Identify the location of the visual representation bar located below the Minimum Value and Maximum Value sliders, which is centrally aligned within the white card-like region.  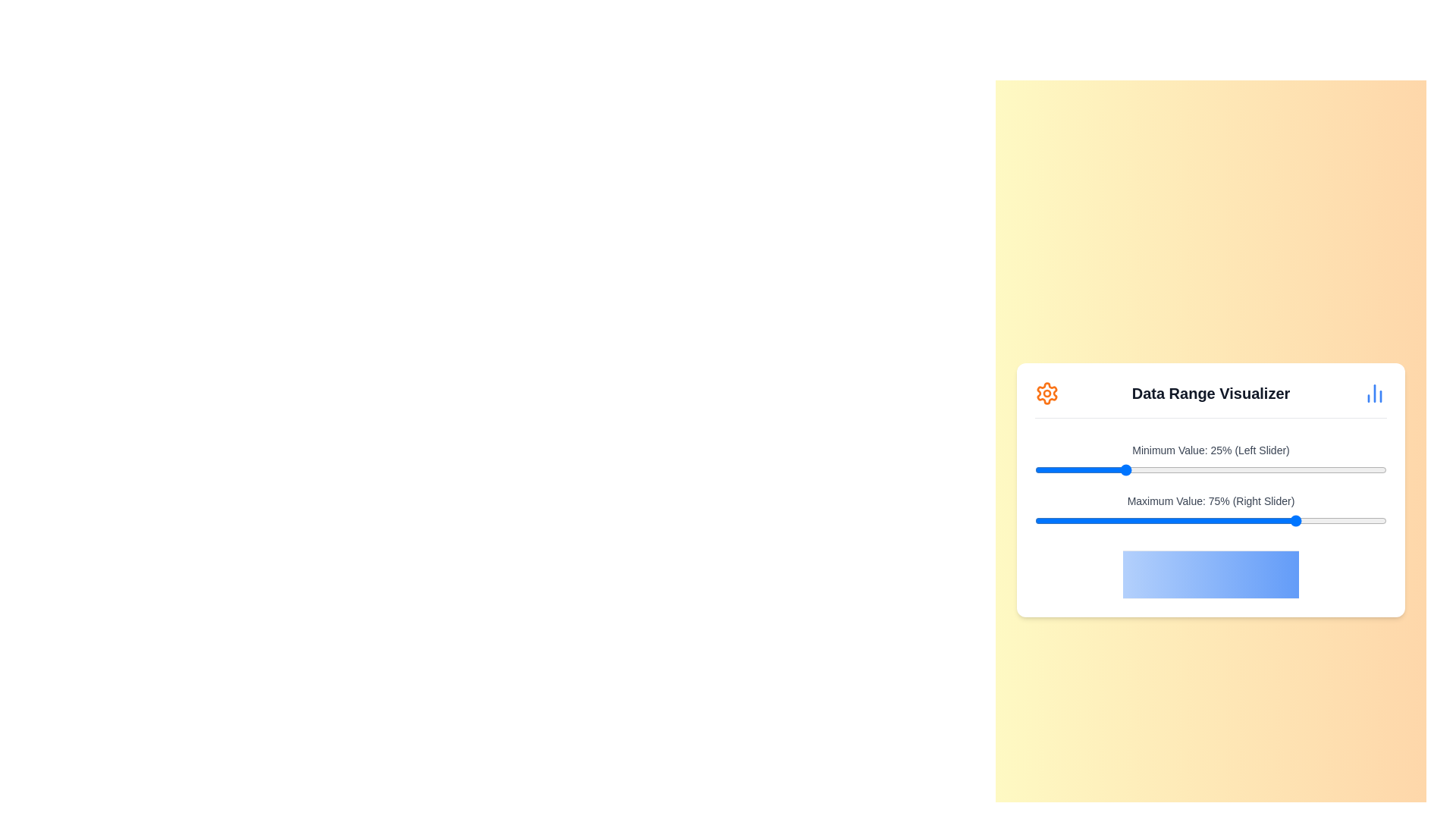
(1210, 574).